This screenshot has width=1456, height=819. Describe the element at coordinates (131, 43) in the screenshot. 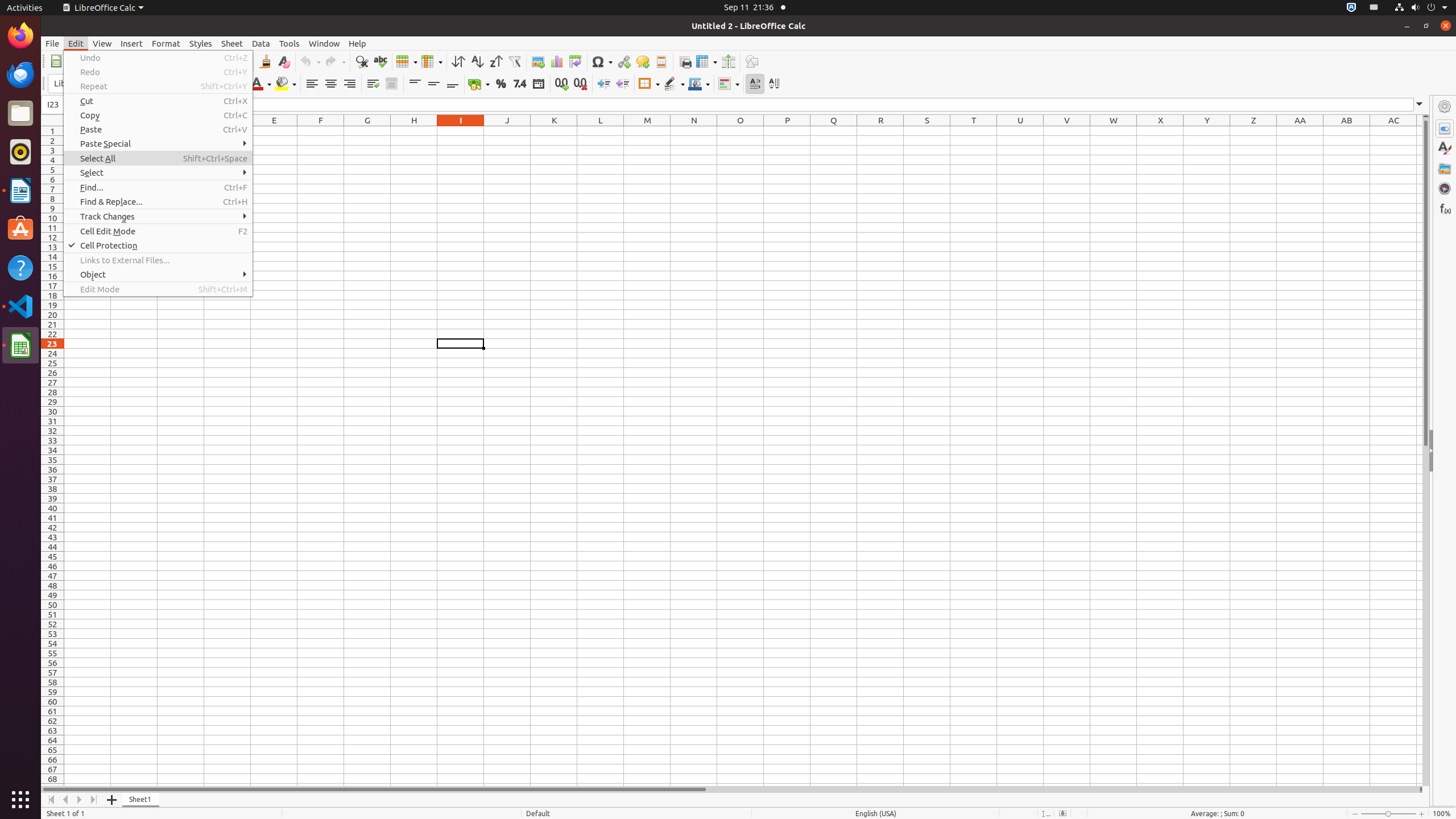

I see `'Insert'` at that location.